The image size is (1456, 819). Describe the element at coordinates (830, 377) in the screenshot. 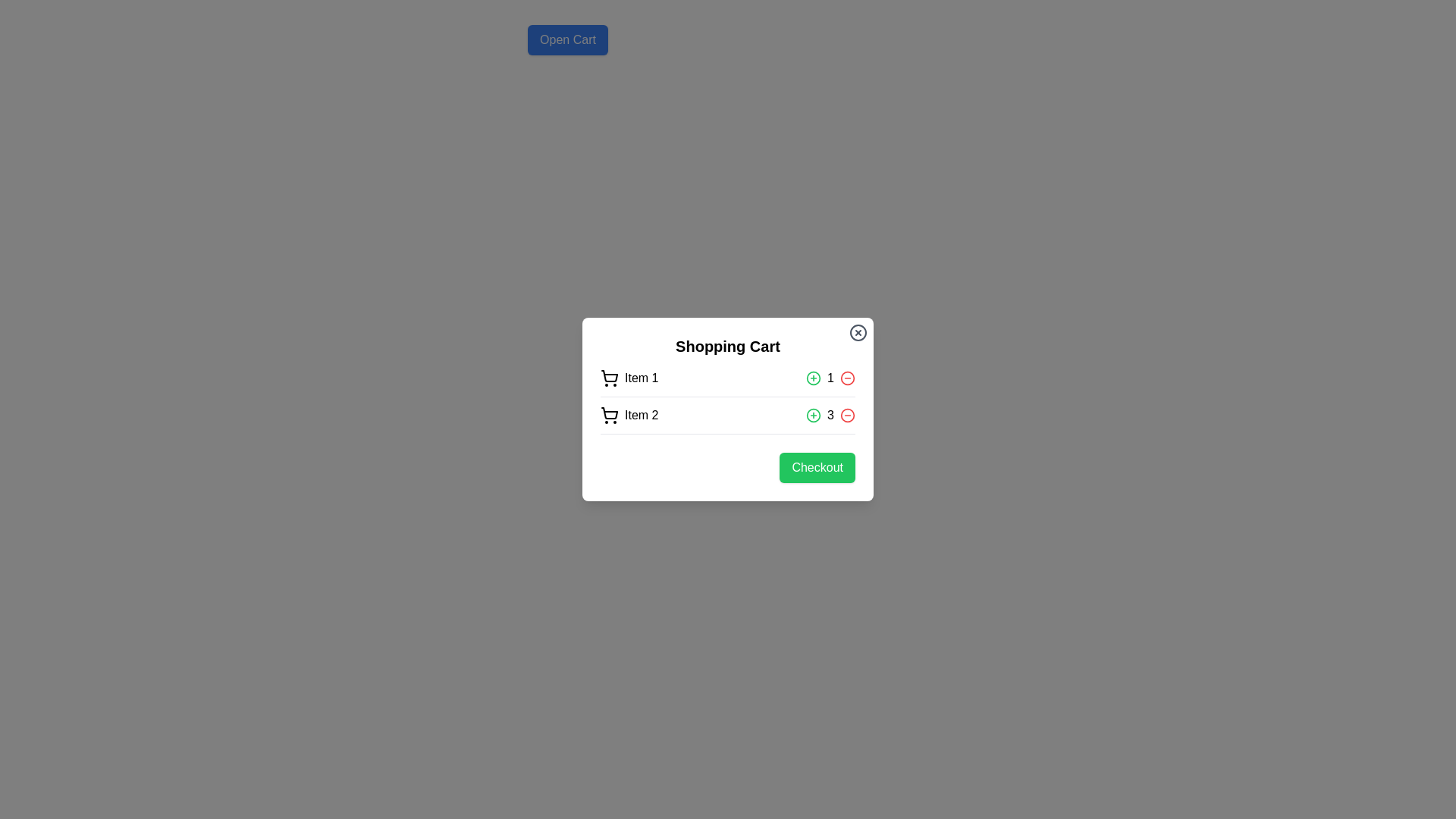

I see `the static text displaying the numeric character '1' located in the shopping cart interface, positioned between the '+' and '-' buttons of 'Item 1'` at that location.